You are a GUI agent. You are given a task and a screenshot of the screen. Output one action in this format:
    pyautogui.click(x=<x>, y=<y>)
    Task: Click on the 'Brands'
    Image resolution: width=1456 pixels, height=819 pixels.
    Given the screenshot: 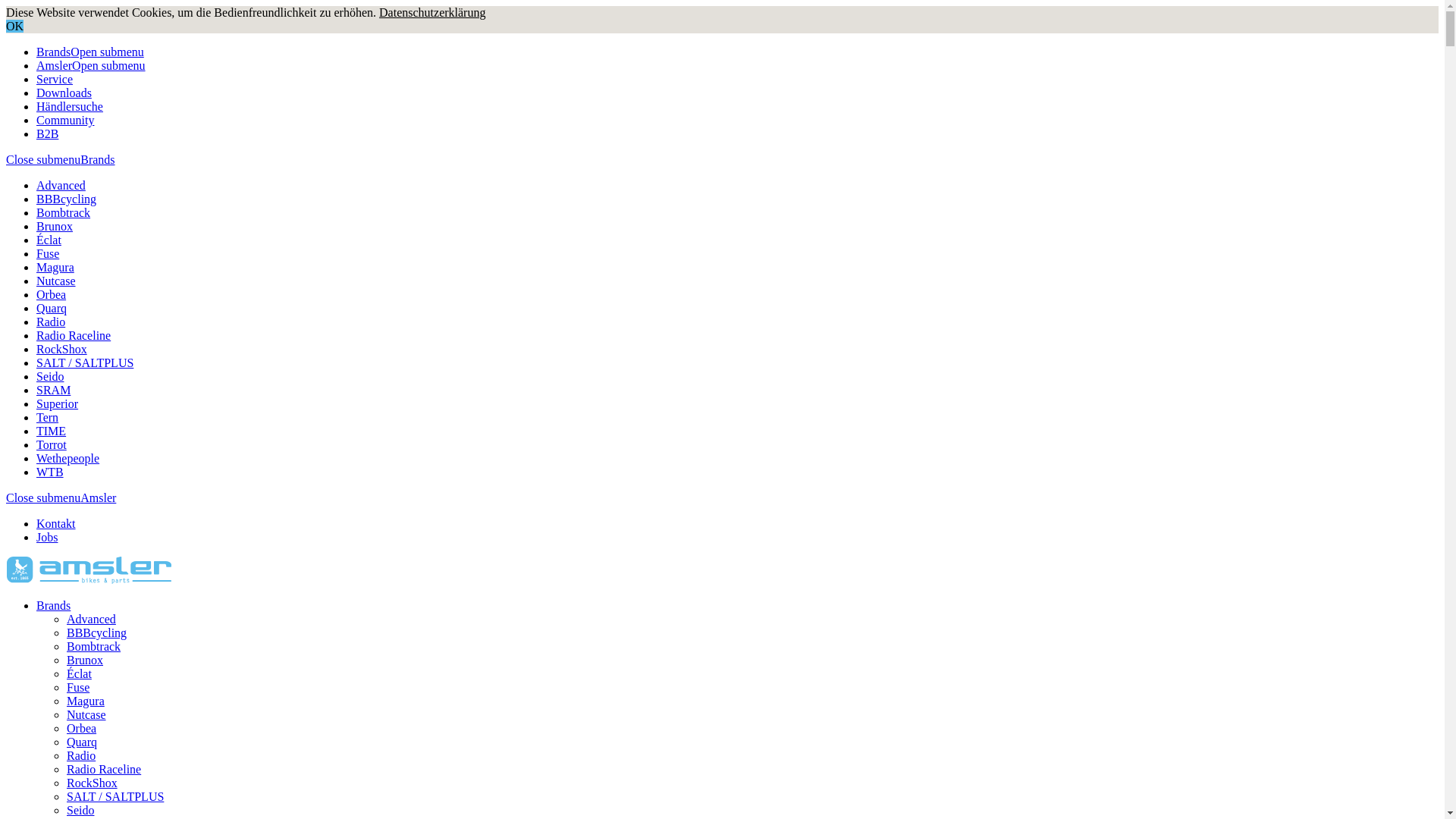 What is the action you would take?
    pyautogui.click(x=96, y=159)
    